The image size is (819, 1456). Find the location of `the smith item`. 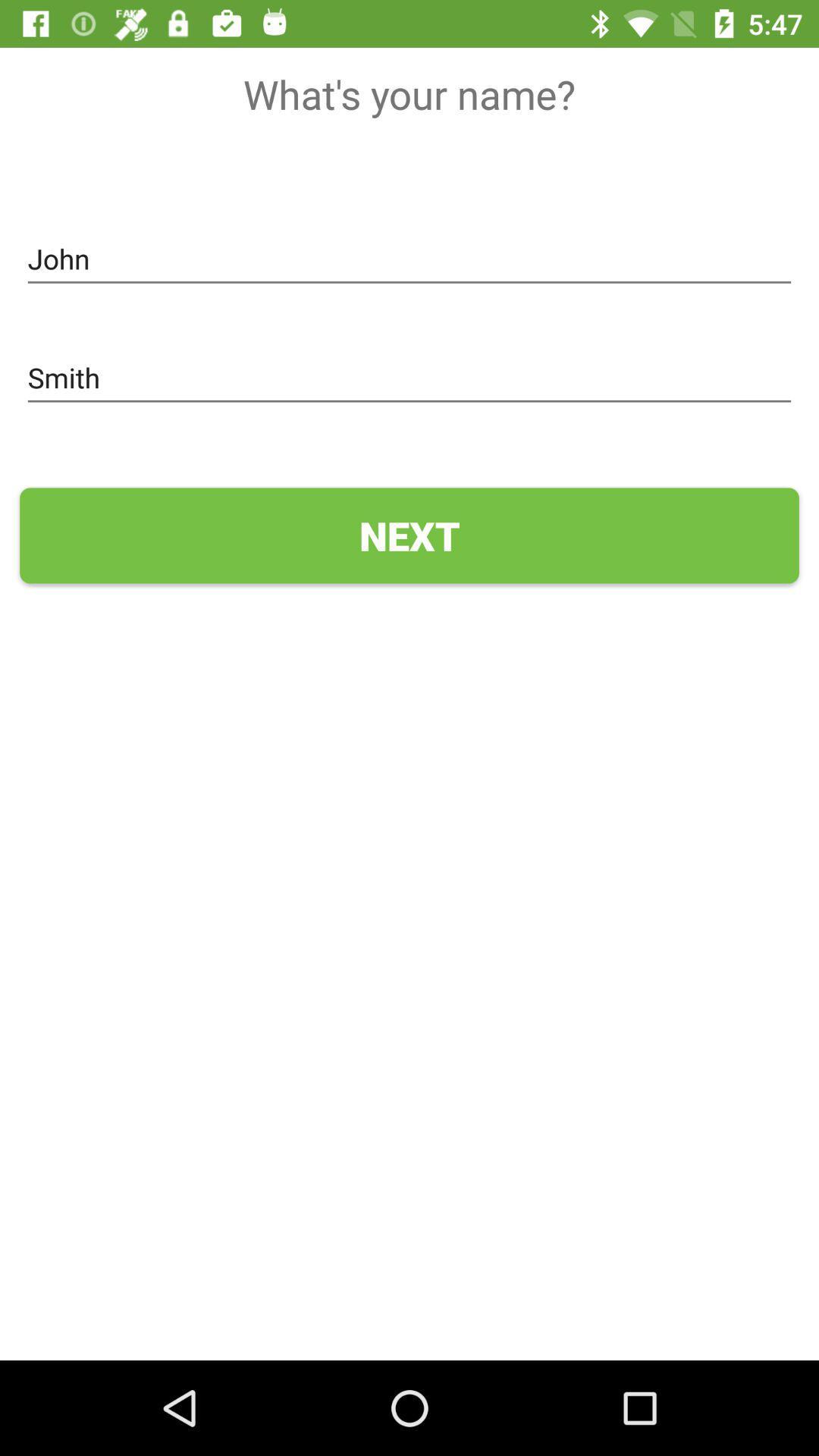

the smith item is located at coordinates (409, 378).